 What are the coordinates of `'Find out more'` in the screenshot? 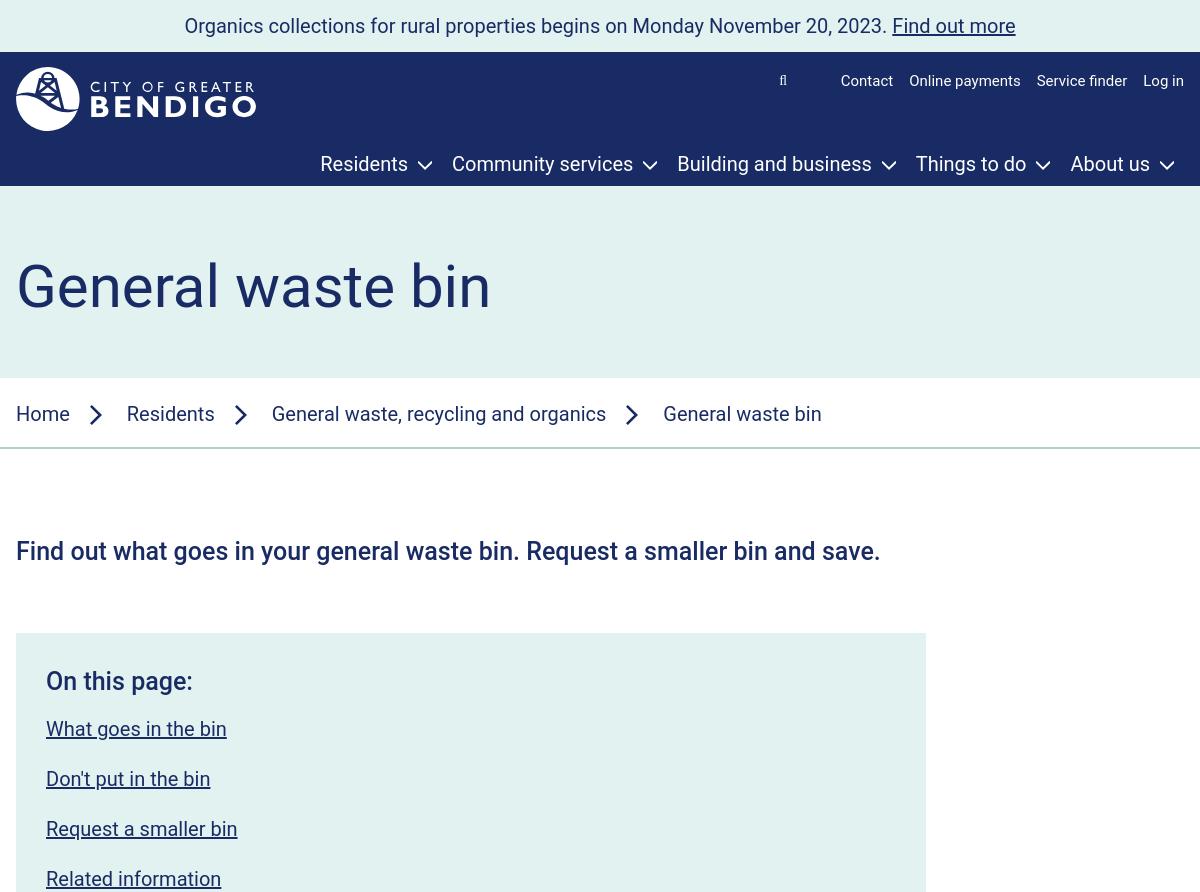 It's located at (890, 25).